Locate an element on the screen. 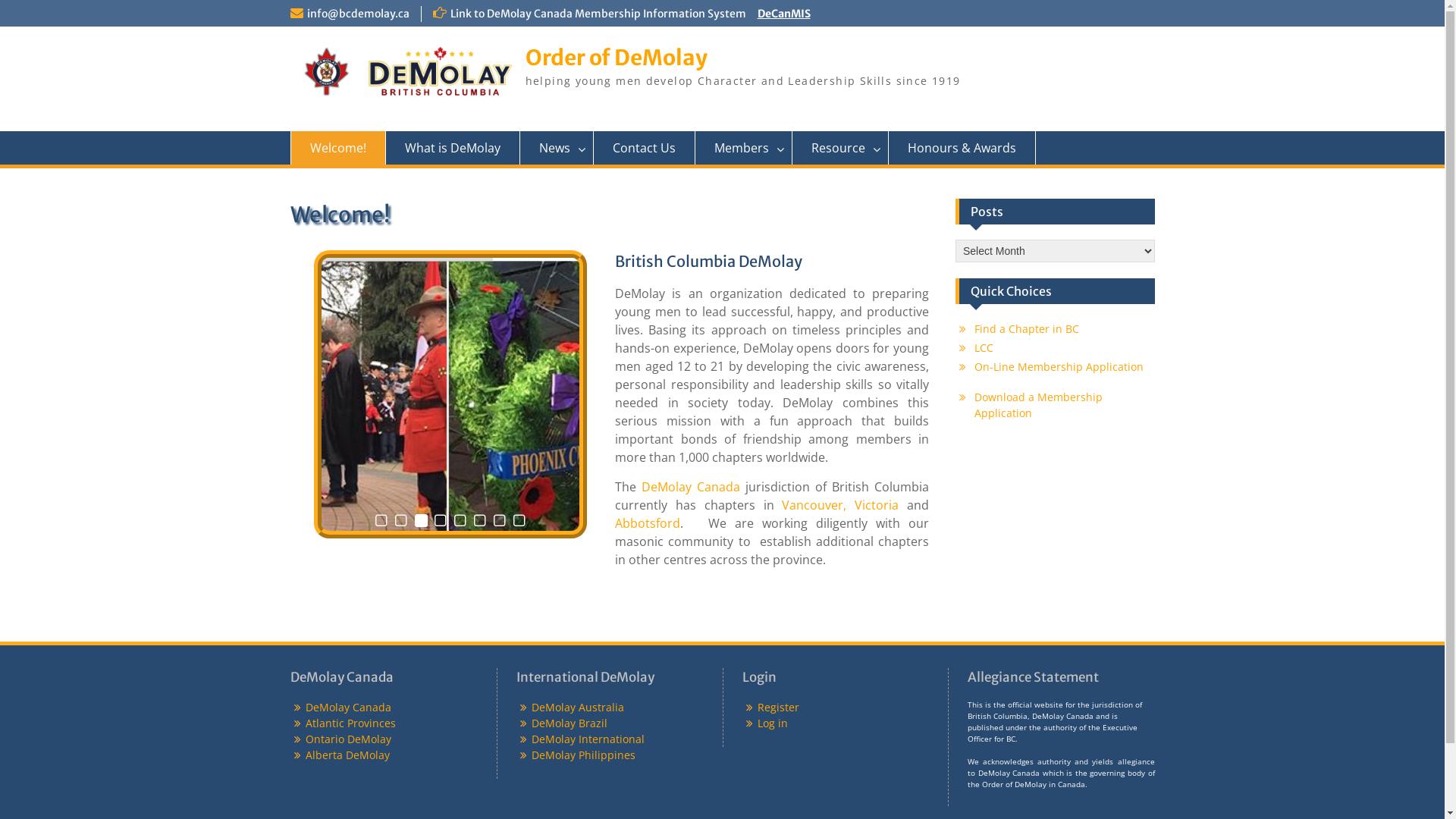 The width and height of the screenshot is (1456, 819). 'Find a Chapter in BC' is located at coordinates (1026, 328).